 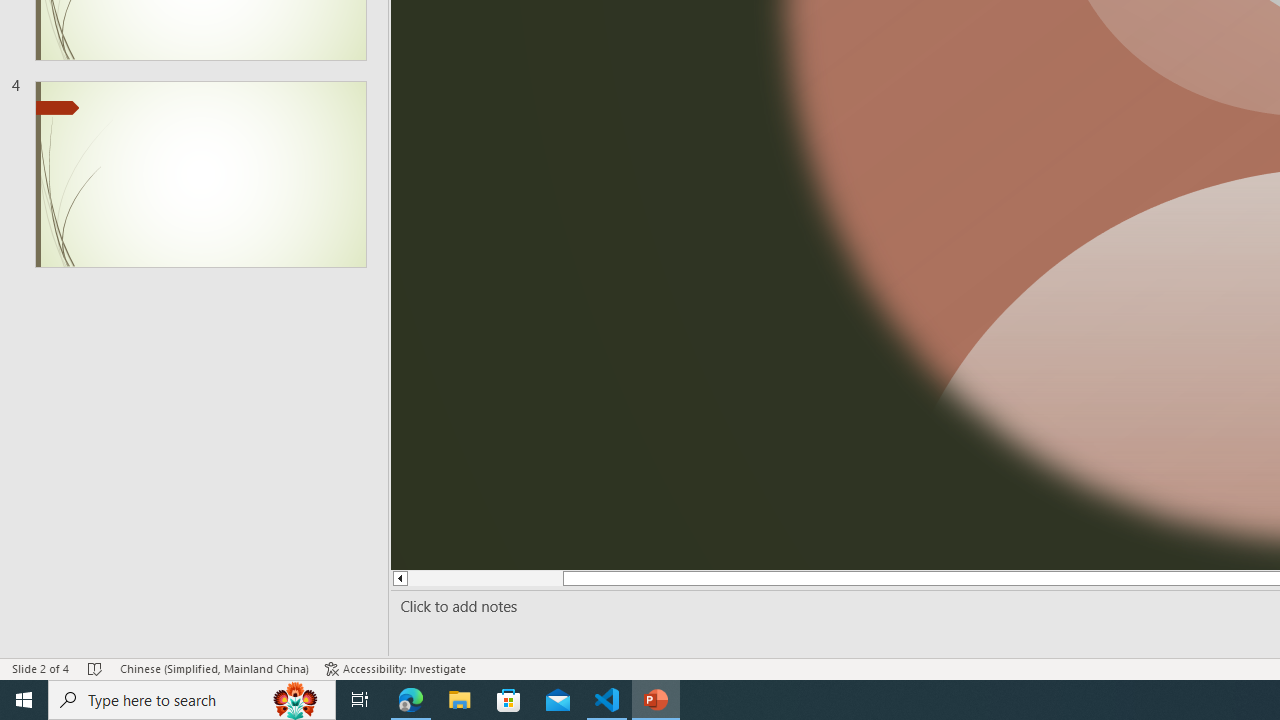 What do you see at coordinates (95, 669) in the screenshot?
I see `'Spell Check No Errors'` at bounding box center [95, 669].